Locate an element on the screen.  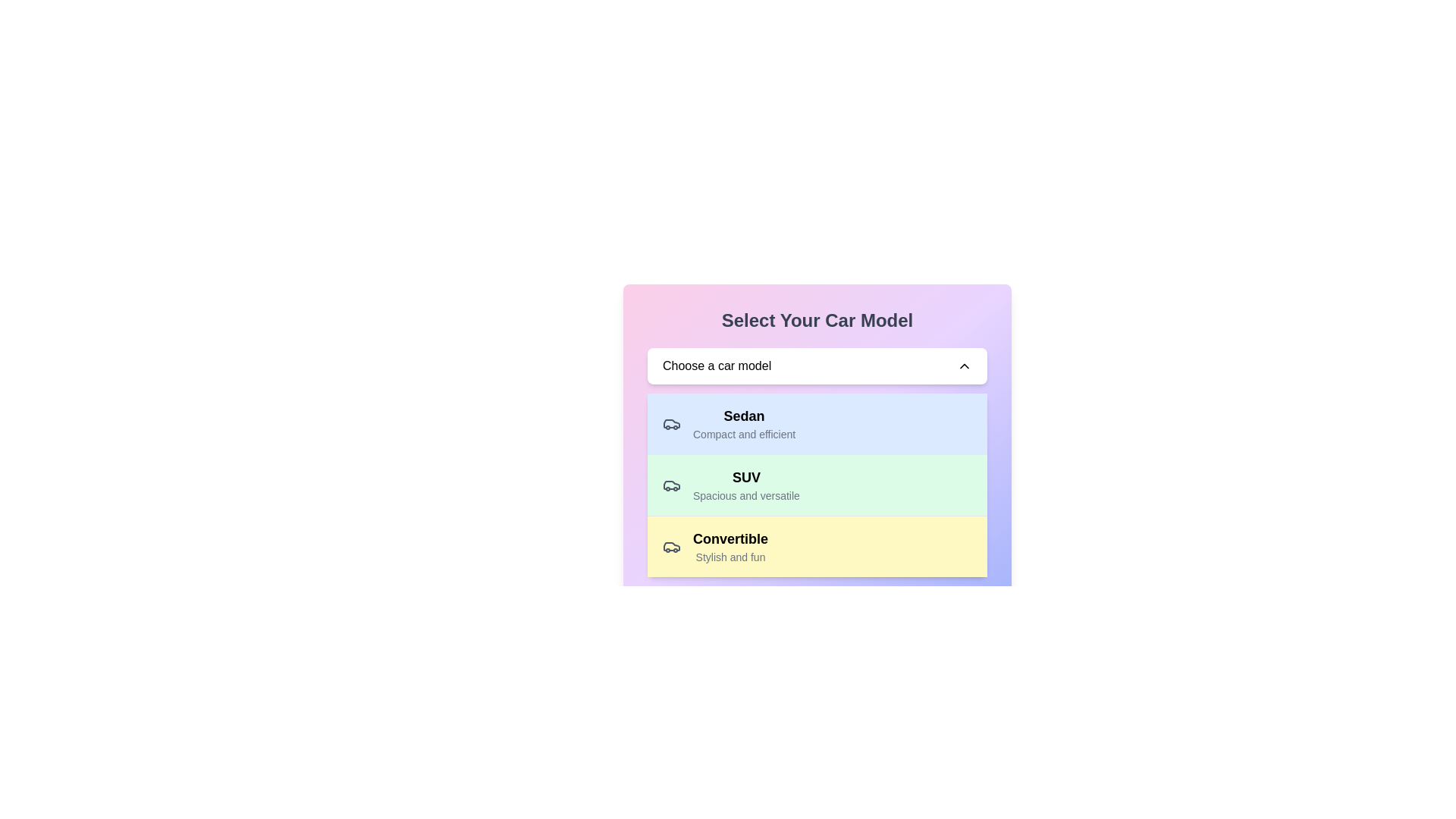
the icon representing the 'Sedan' car model option, located beside the text 'Sedan Compact and efficient' is located at coordinates (671, 424).